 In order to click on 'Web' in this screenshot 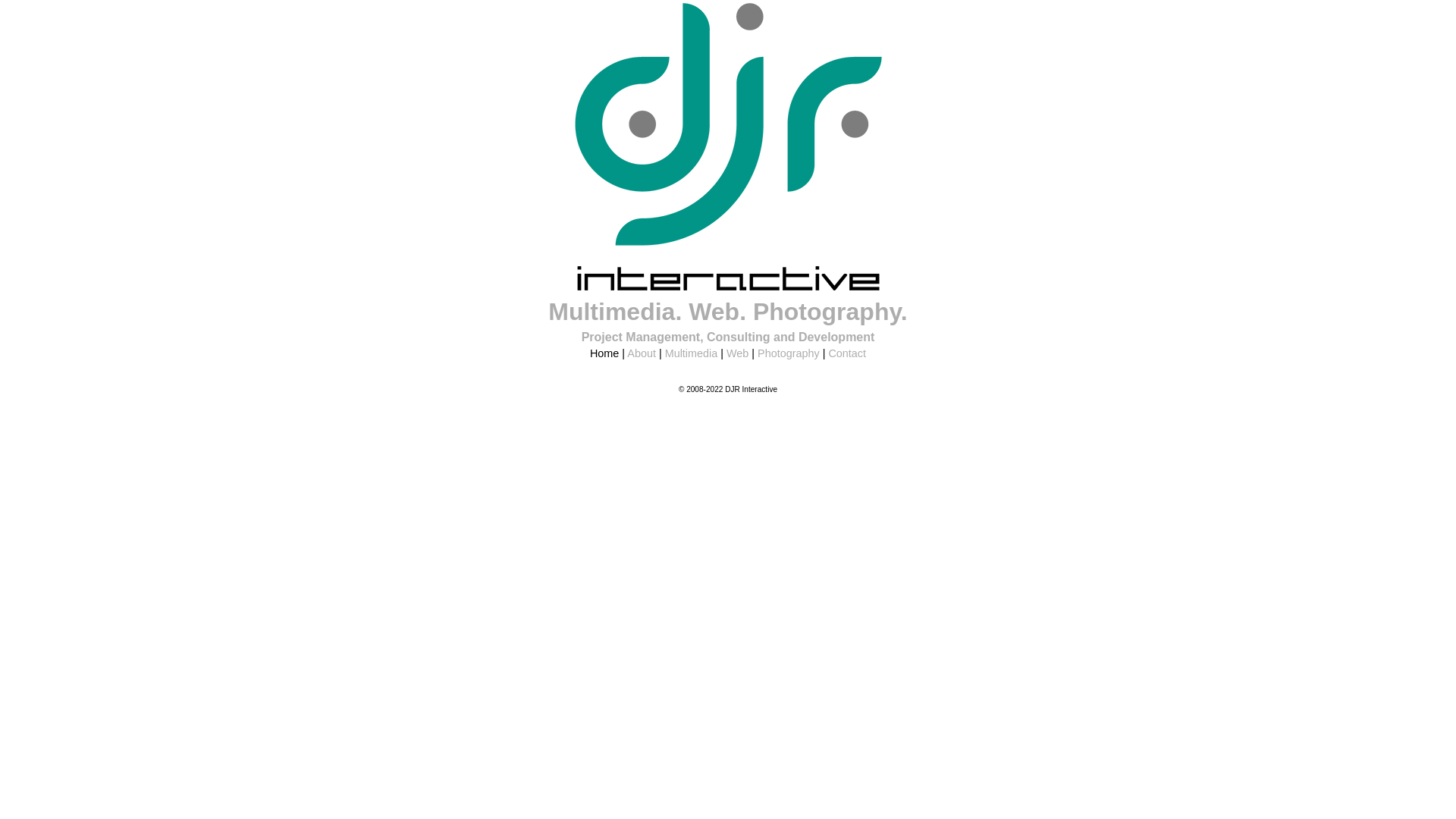, I will do `click(737, 353)`.